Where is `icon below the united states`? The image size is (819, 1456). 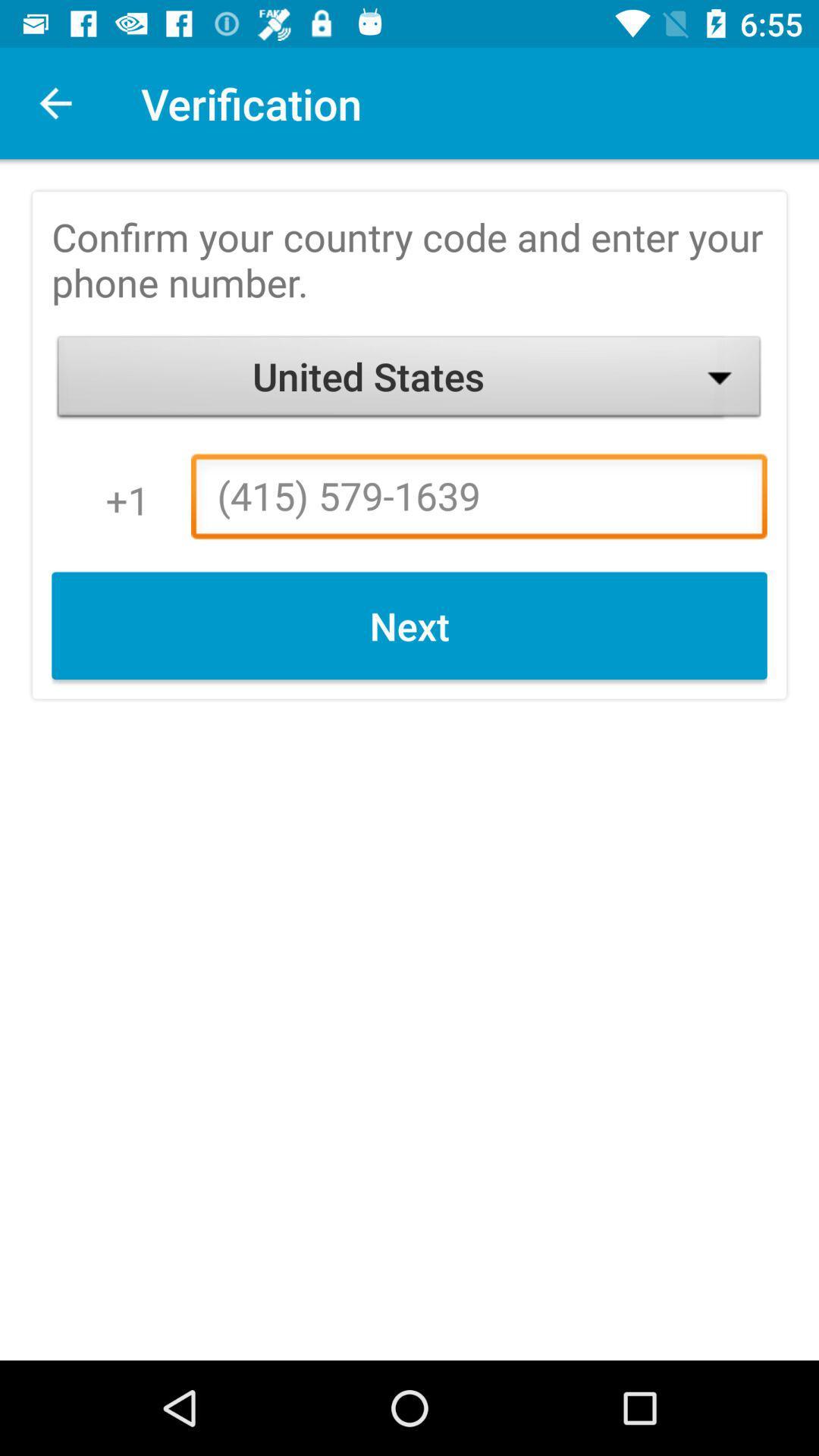
icon below the united states is located at coordinates (479, 500).